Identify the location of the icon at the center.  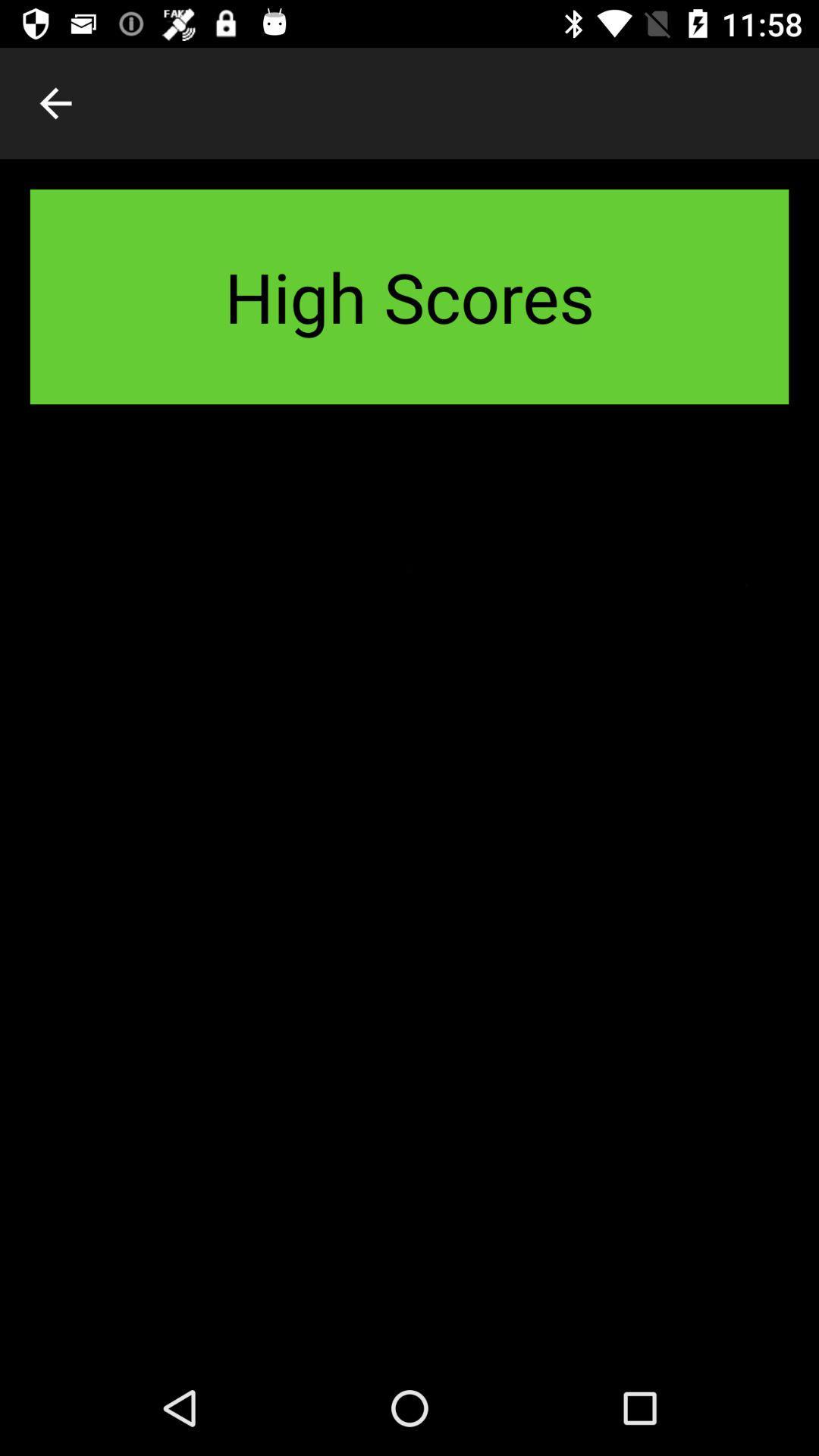
(409, 897).